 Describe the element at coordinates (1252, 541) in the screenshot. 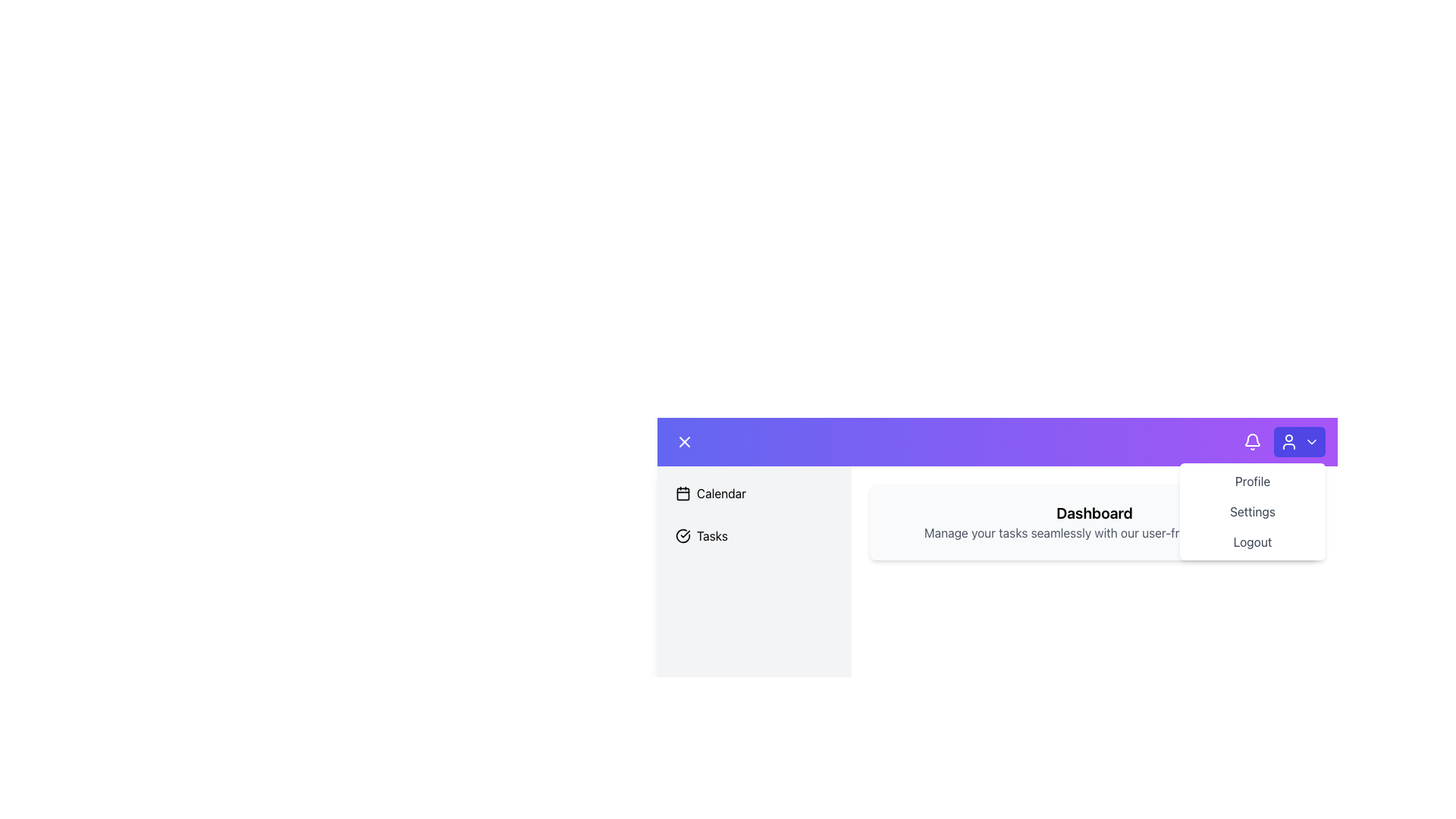

I see `the 'Logout' button, which is the third item in the dropdown list that appears when clicking on the user-related icon in the top-right corner of the interface` at that location.